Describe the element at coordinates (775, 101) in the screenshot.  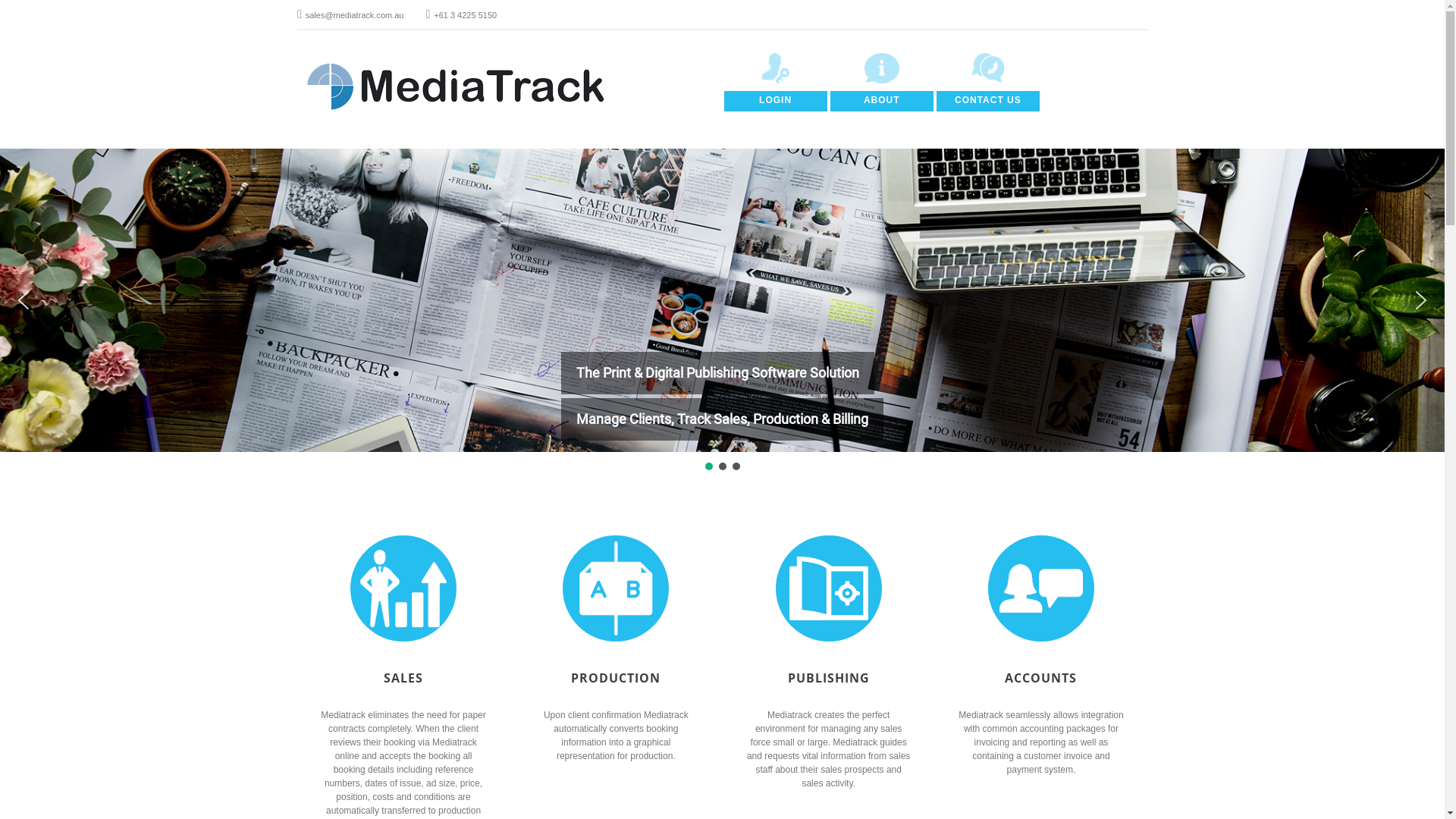
I see `'LOGIN'` at that location.